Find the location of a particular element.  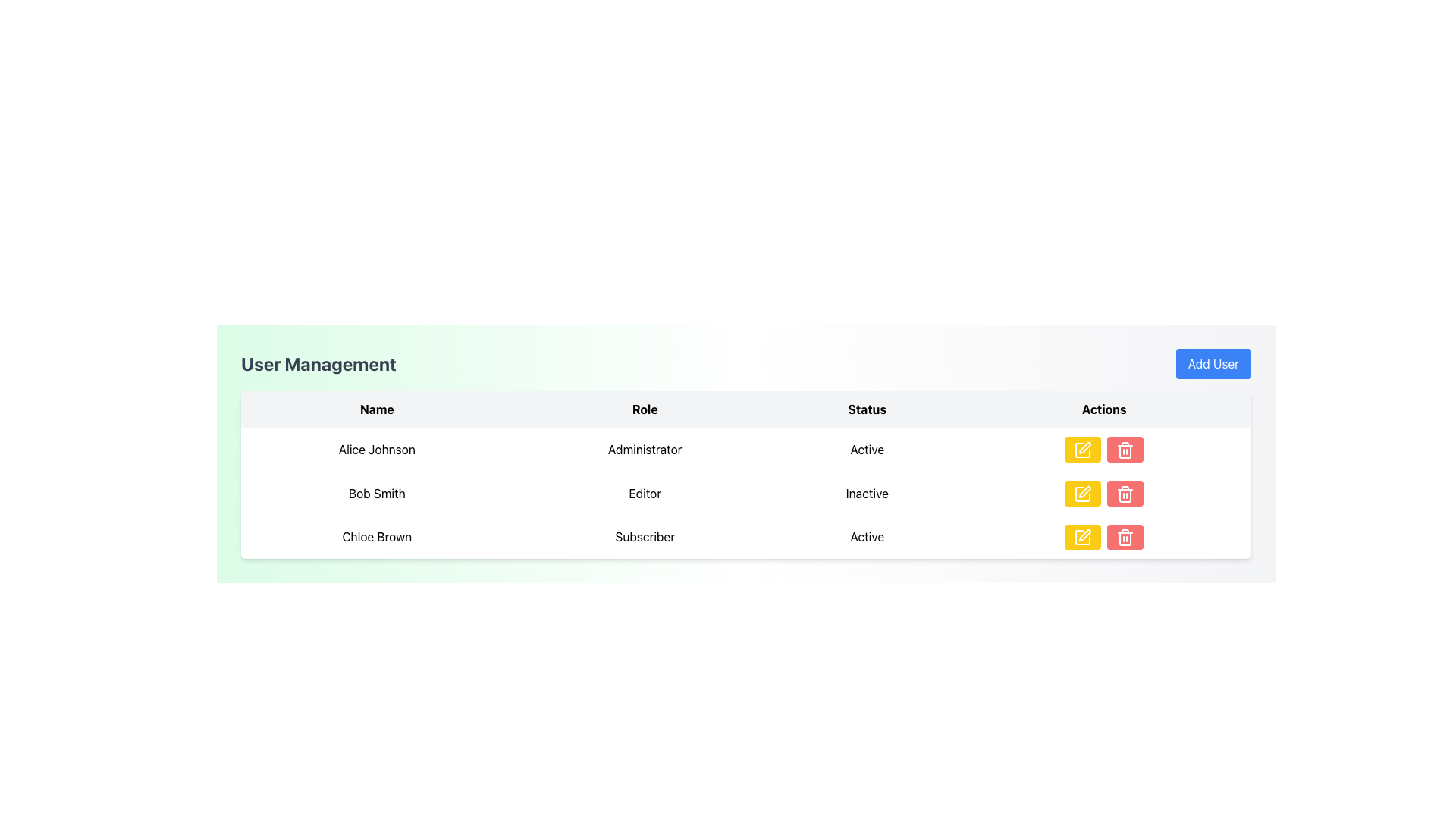

the centered bold text label 'Role' which is part of the header row in a table format is located at coordinates (645, 409).